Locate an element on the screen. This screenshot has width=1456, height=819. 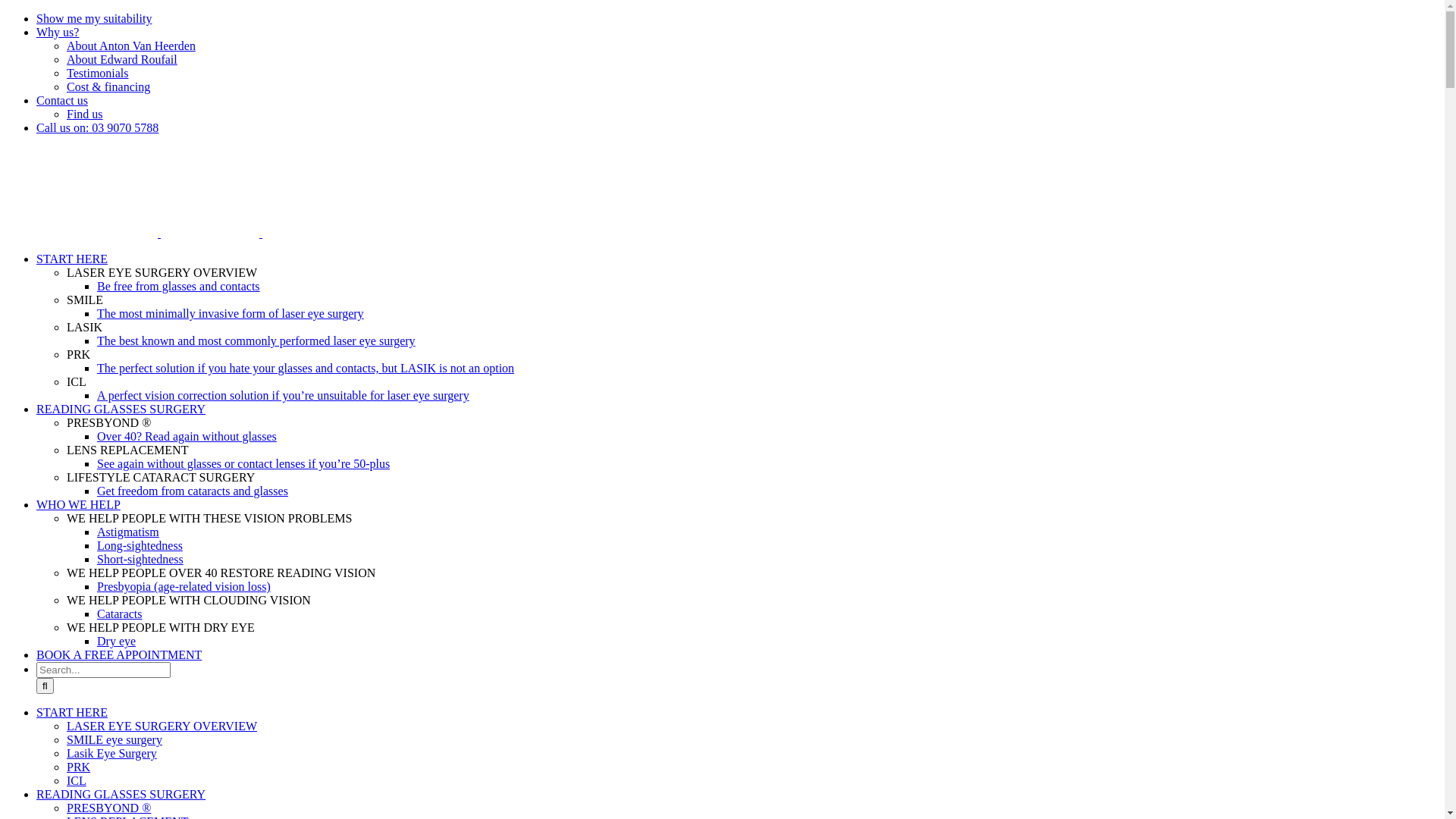
'Be free from glasses and contacts' is located at coordinates (178, 286).